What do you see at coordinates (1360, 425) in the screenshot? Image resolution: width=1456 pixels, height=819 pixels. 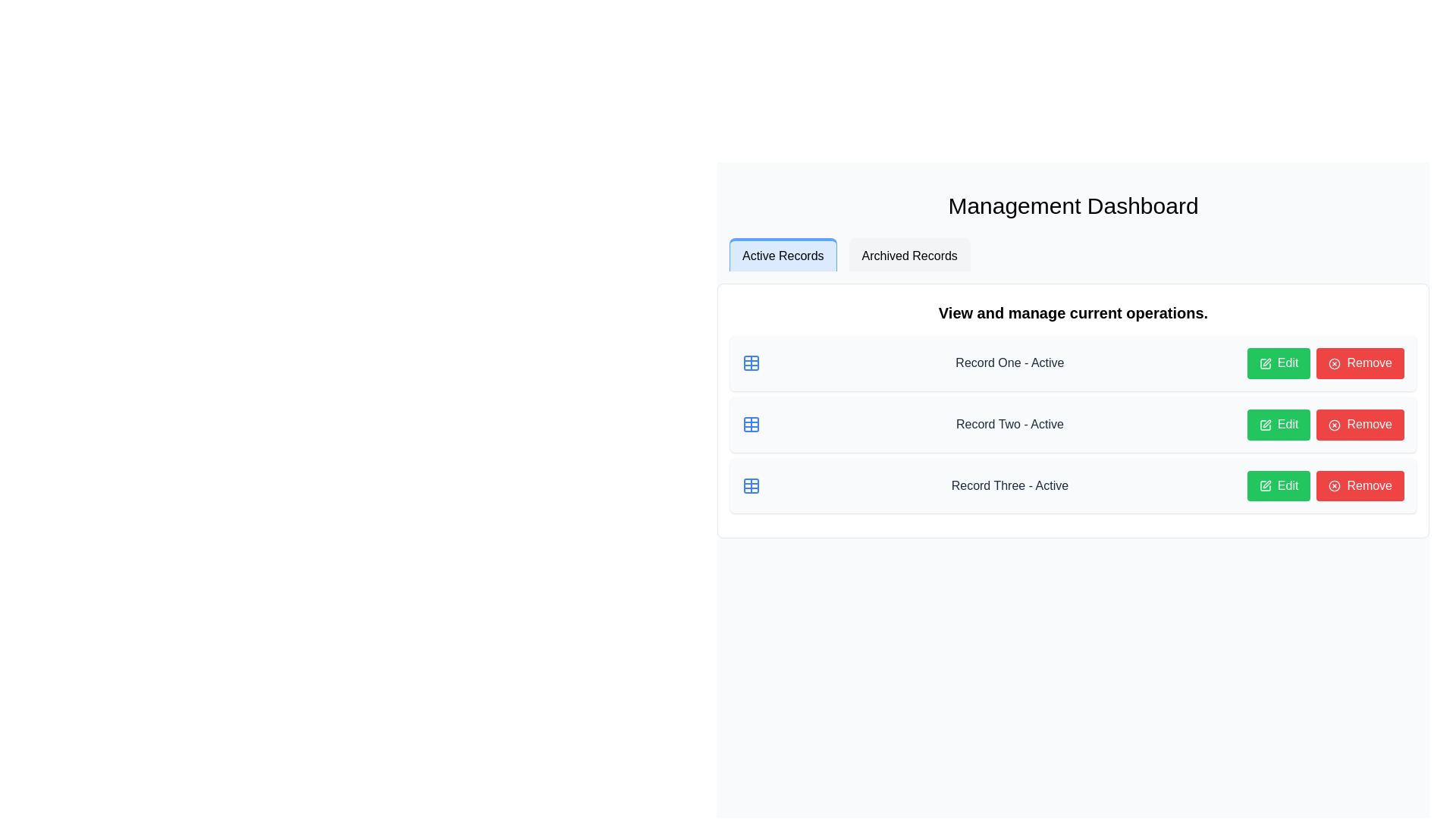 I see `the red rectangular 'Remove' button with rounded corners, containing white text and an 'X' icon, located in the 'Remove' column of the 'Record Two - Active' row` at bounding box center [1360, 425].